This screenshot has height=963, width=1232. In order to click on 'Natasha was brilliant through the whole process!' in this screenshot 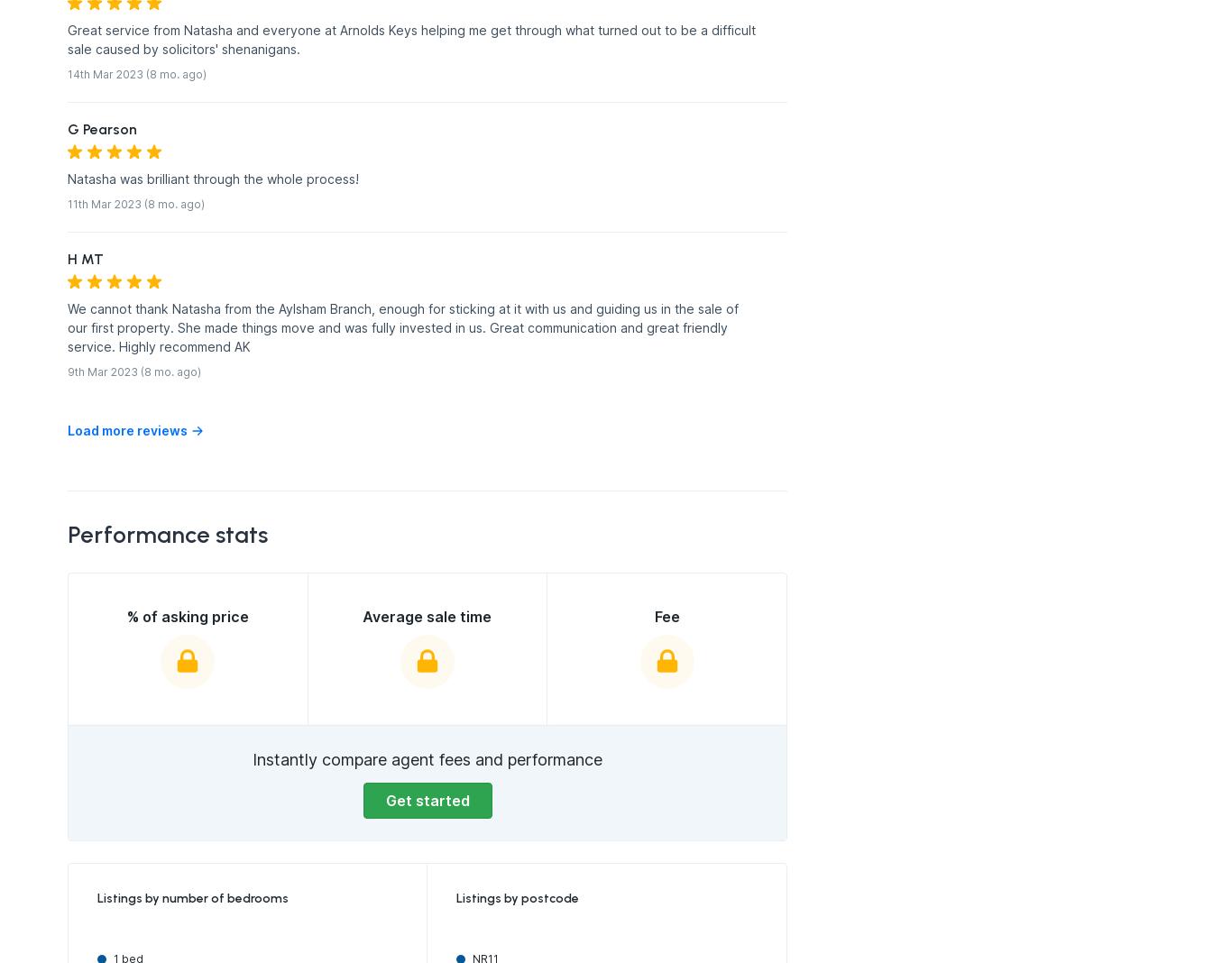, I will do `click(213, 179)`.